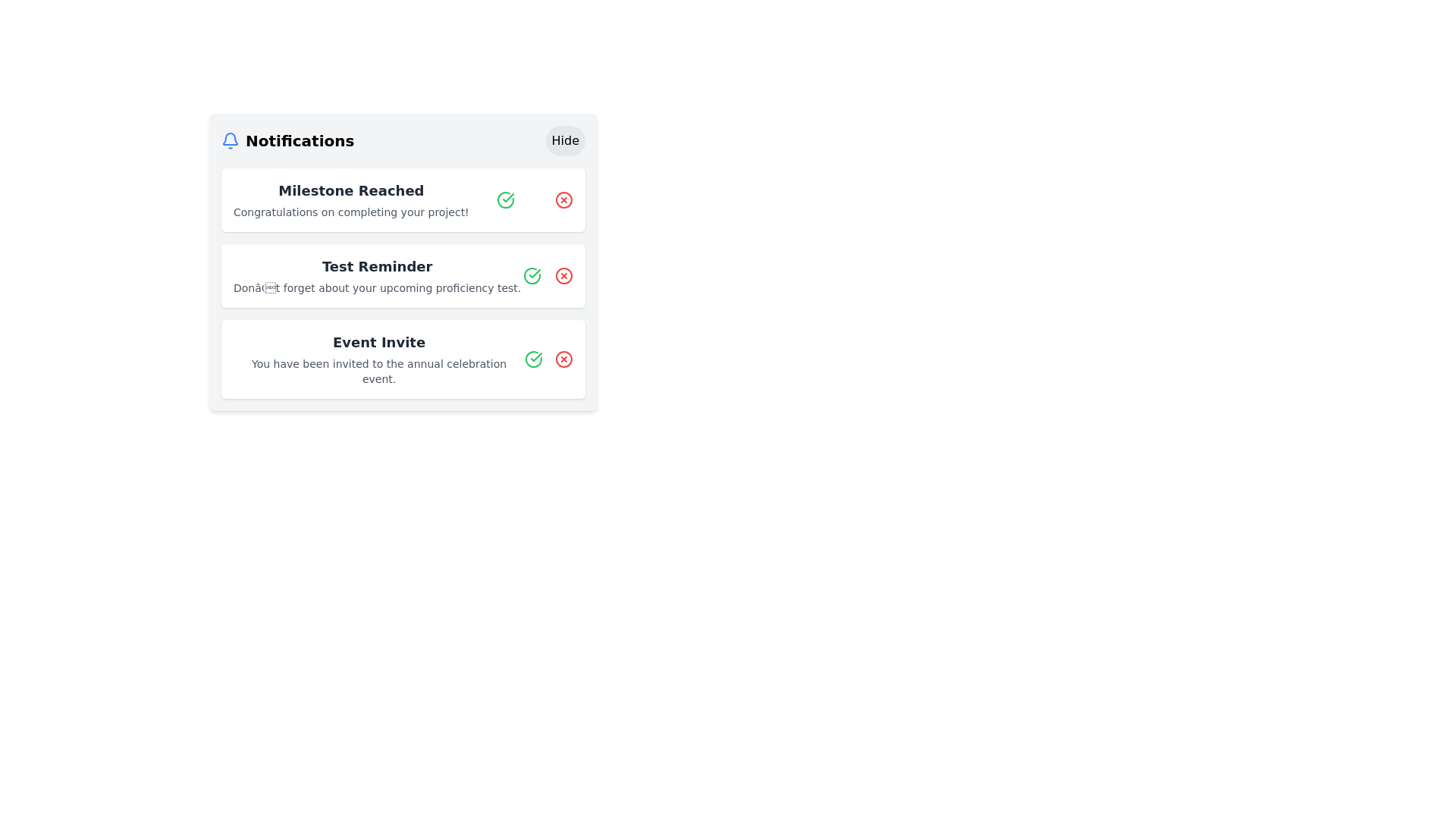  What do you see at coordinates (350, 190) in the screenshot?
I see `Text heading located at the top-left of the notification card summarizing the notification's content` at bounding box center [350, 190].